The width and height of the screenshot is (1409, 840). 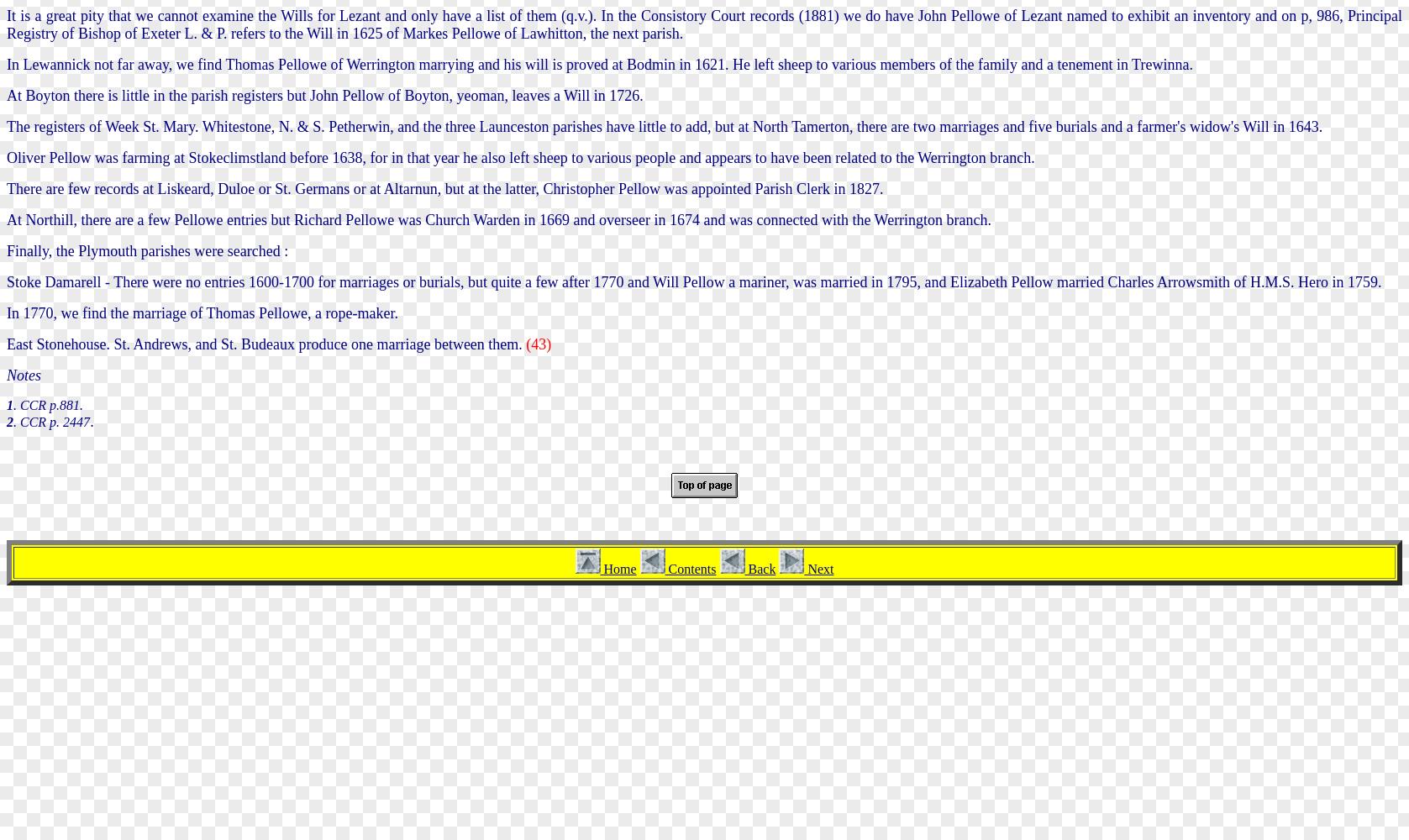 I want to click on 'At Boyton
there is little in the parish registers but John Pellow of Boyton, yeoman,
leaves a Will in 1726.', so click(x=323, y=94).